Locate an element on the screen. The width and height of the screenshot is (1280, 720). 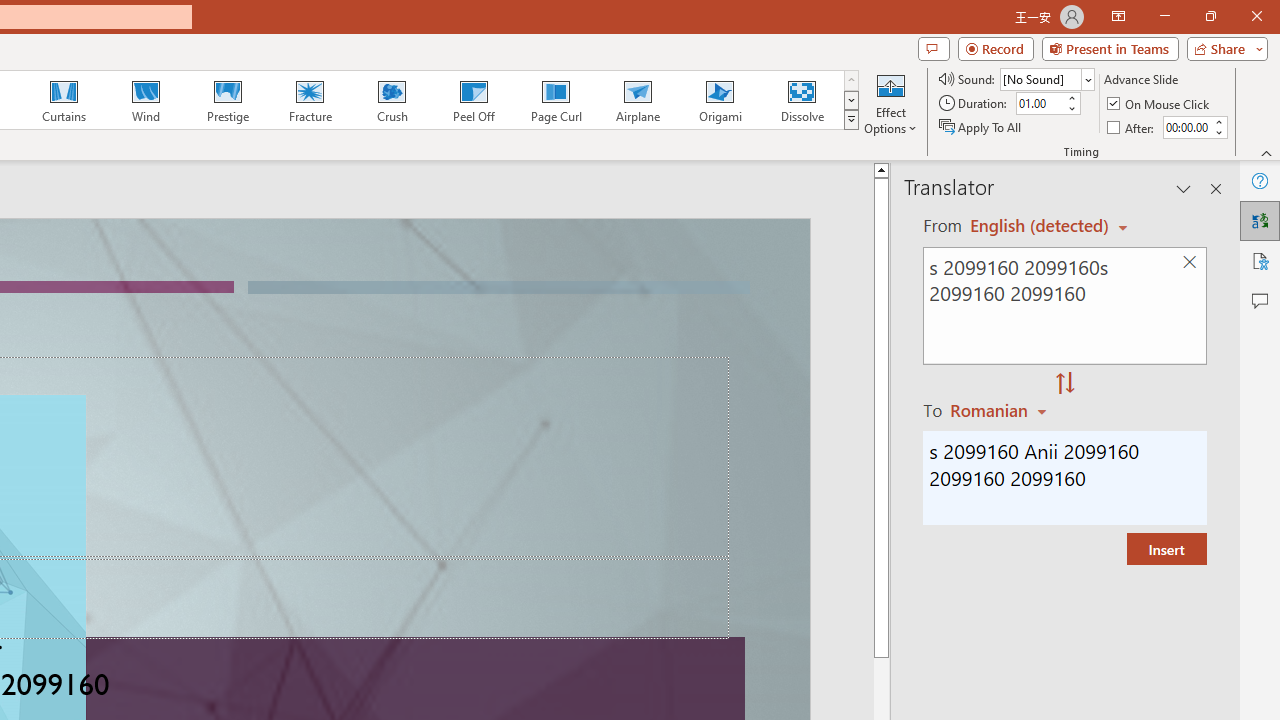
'Fracture' is located at coordinates (308, 100).